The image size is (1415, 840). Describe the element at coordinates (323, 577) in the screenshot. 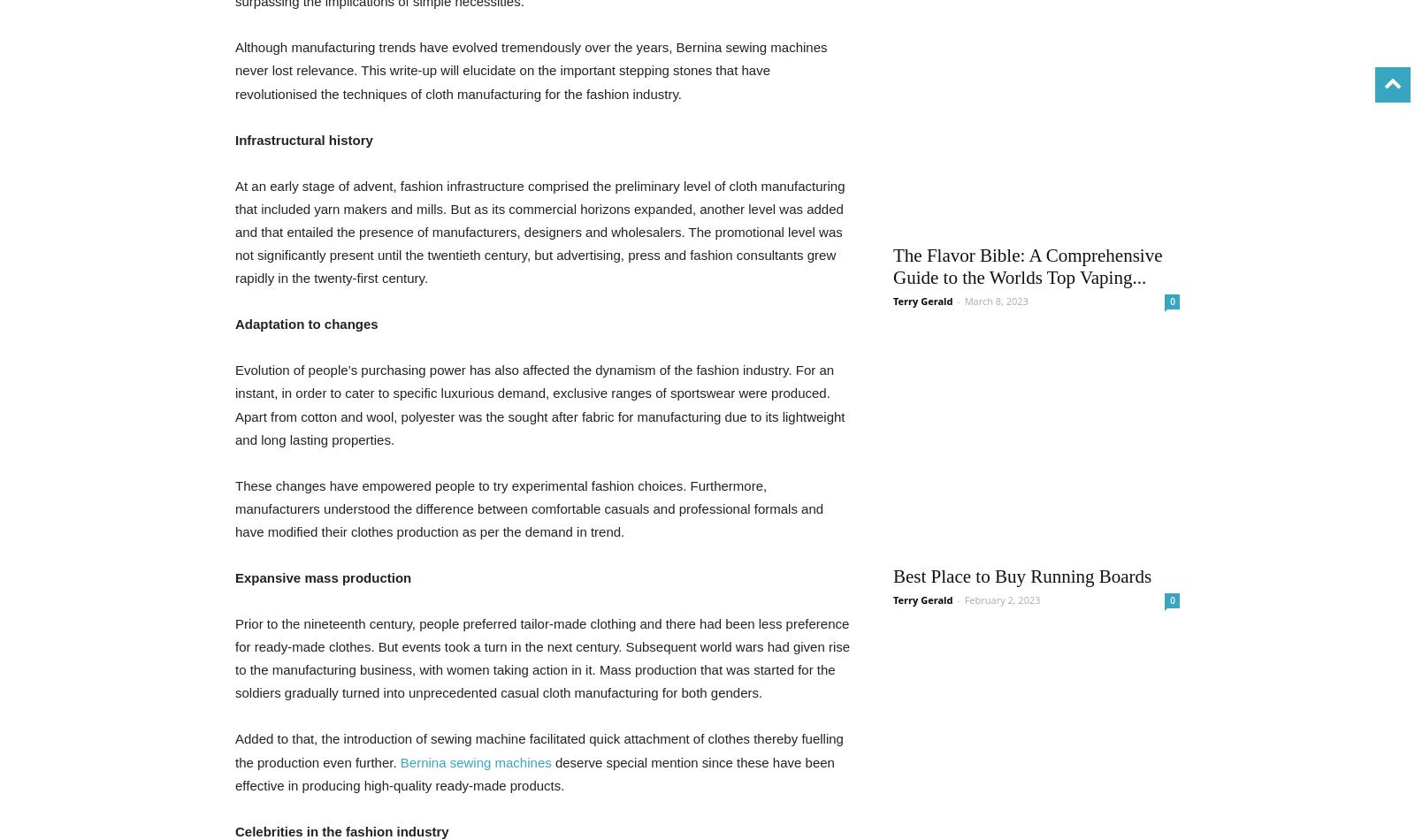

I see `'Expansive mass production'` at that location.